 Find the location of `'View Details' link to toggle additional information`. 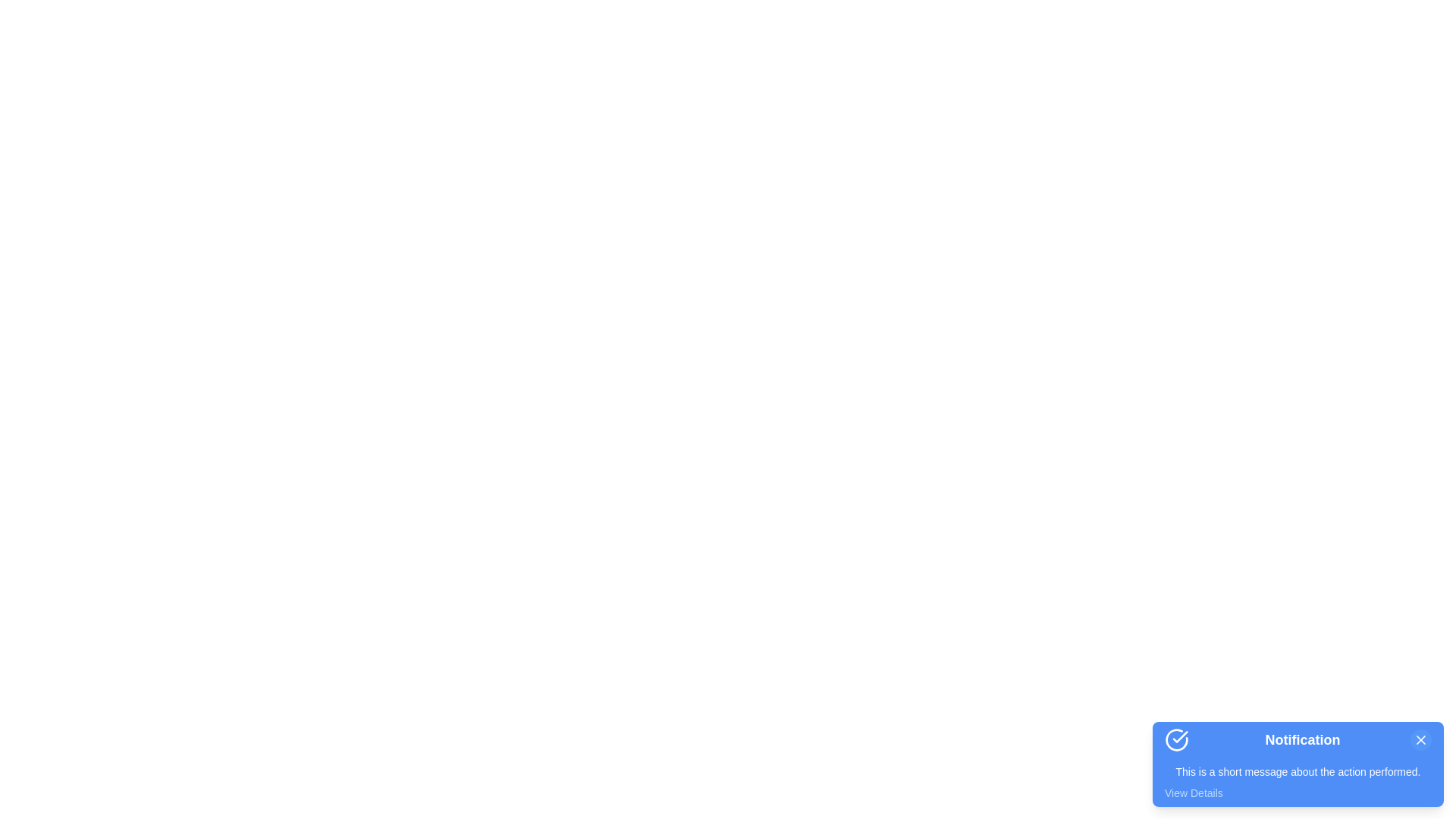

'View Details' link to toggle additional information is located at coordinates (1193, 792).